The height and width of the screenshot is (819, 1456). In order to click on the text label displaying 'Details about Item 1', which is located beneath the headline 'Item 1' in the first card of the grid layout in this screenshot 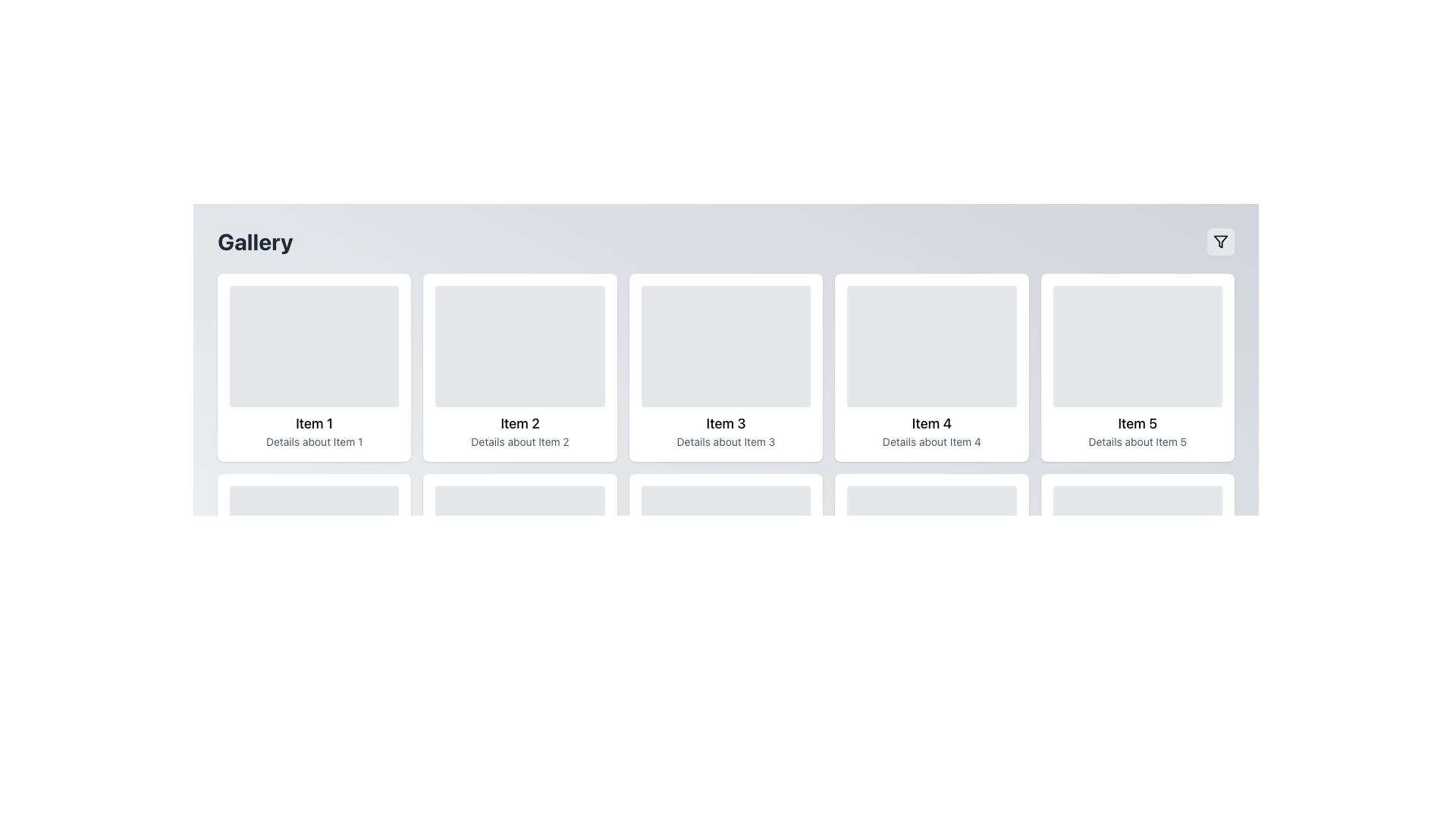, I will do `click(313, 441)`.